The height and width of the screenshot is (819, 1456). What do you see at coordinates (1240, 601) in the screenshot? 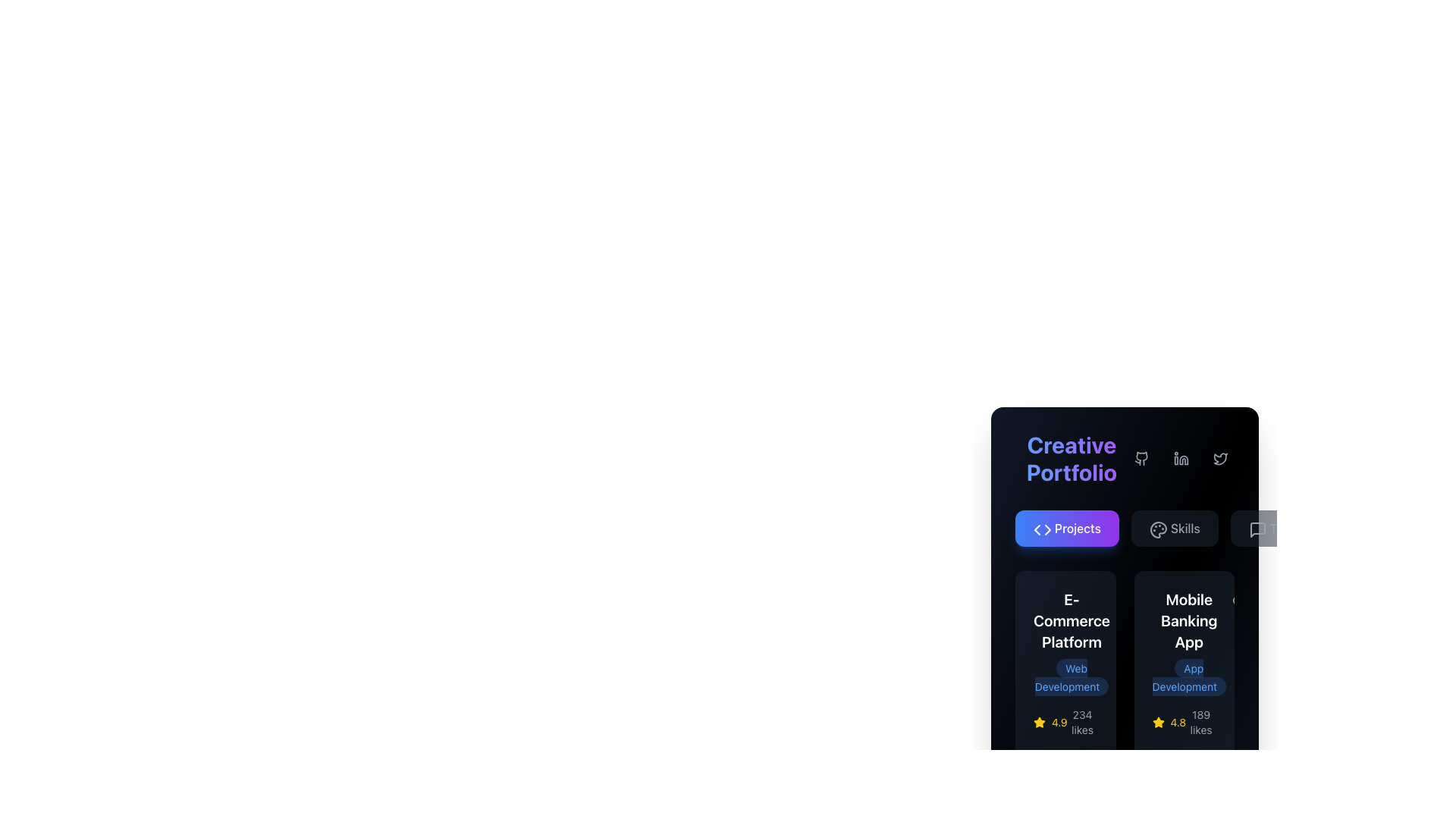
I see `the heart-shaped button located in the top-right corner of the 'Mobile Banking App' card, which changes color to pink on hover` at bounding box center [1240, 601].